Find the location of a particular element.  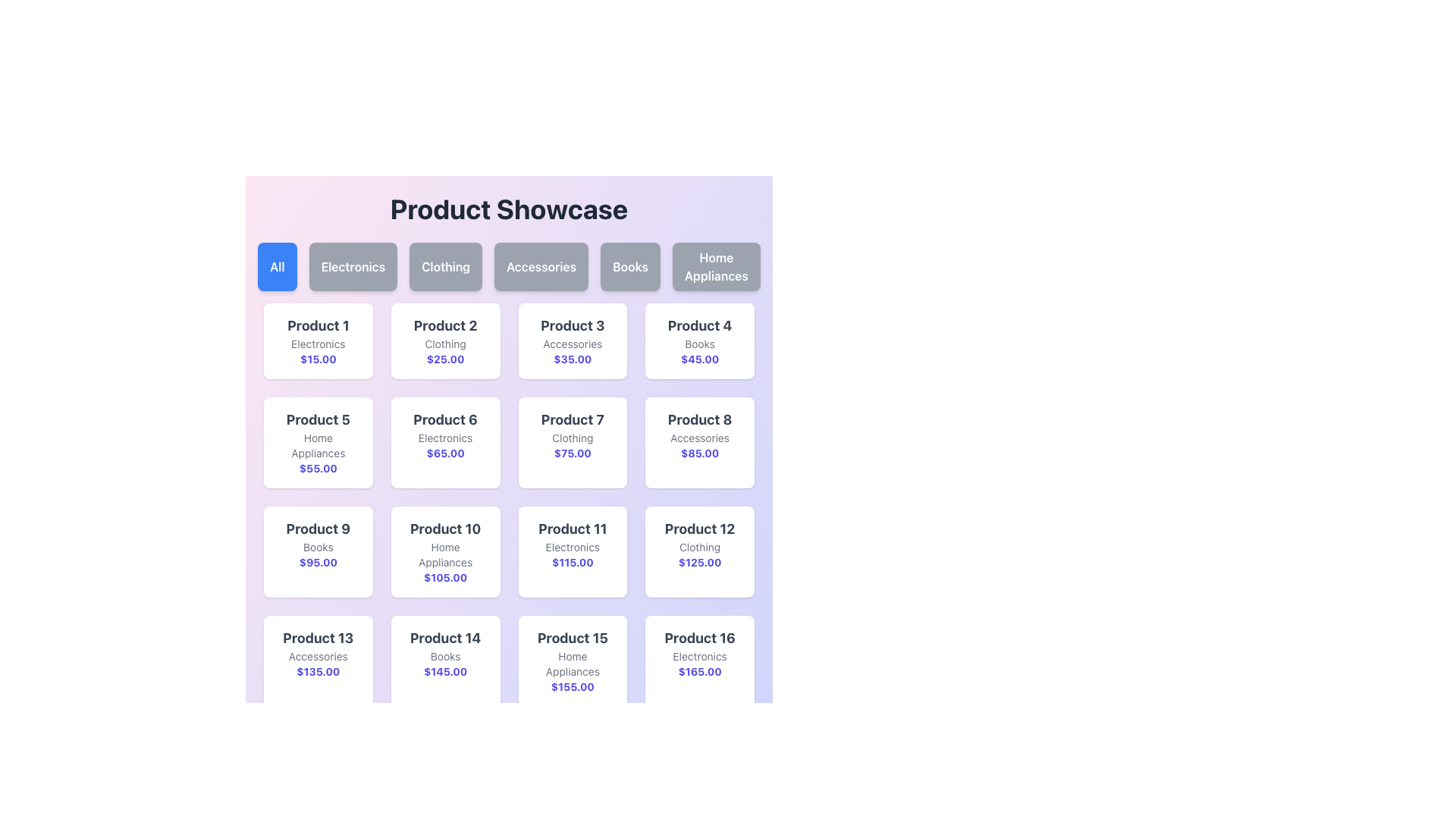

the Product information card for 'Product 13' in the Accessories category is located at coordinates (317, 660).